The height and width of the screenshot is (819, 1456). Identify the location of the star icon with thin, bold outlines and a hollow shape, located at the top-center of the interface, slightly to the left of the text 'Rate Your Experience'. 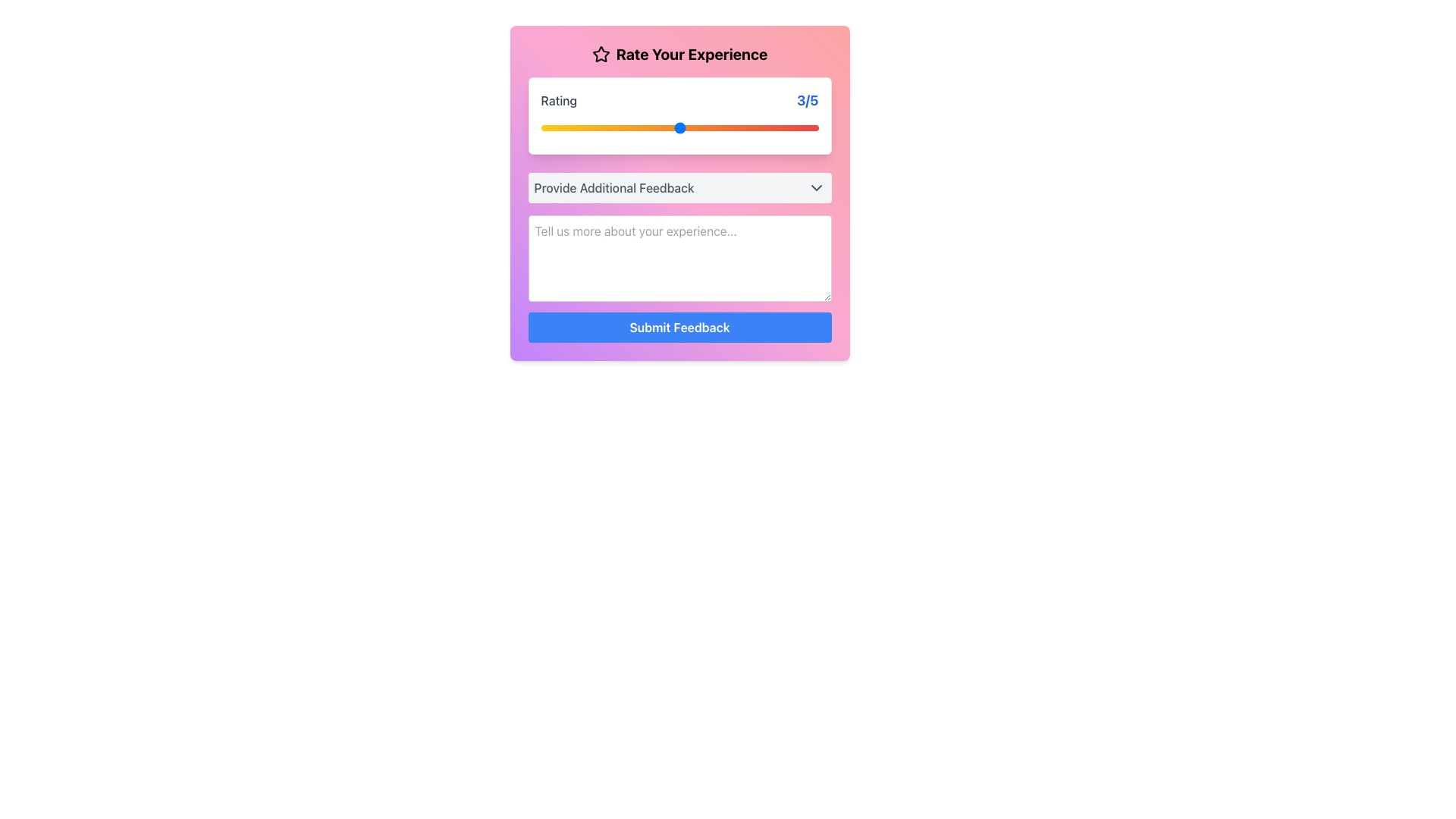
(600, 54).